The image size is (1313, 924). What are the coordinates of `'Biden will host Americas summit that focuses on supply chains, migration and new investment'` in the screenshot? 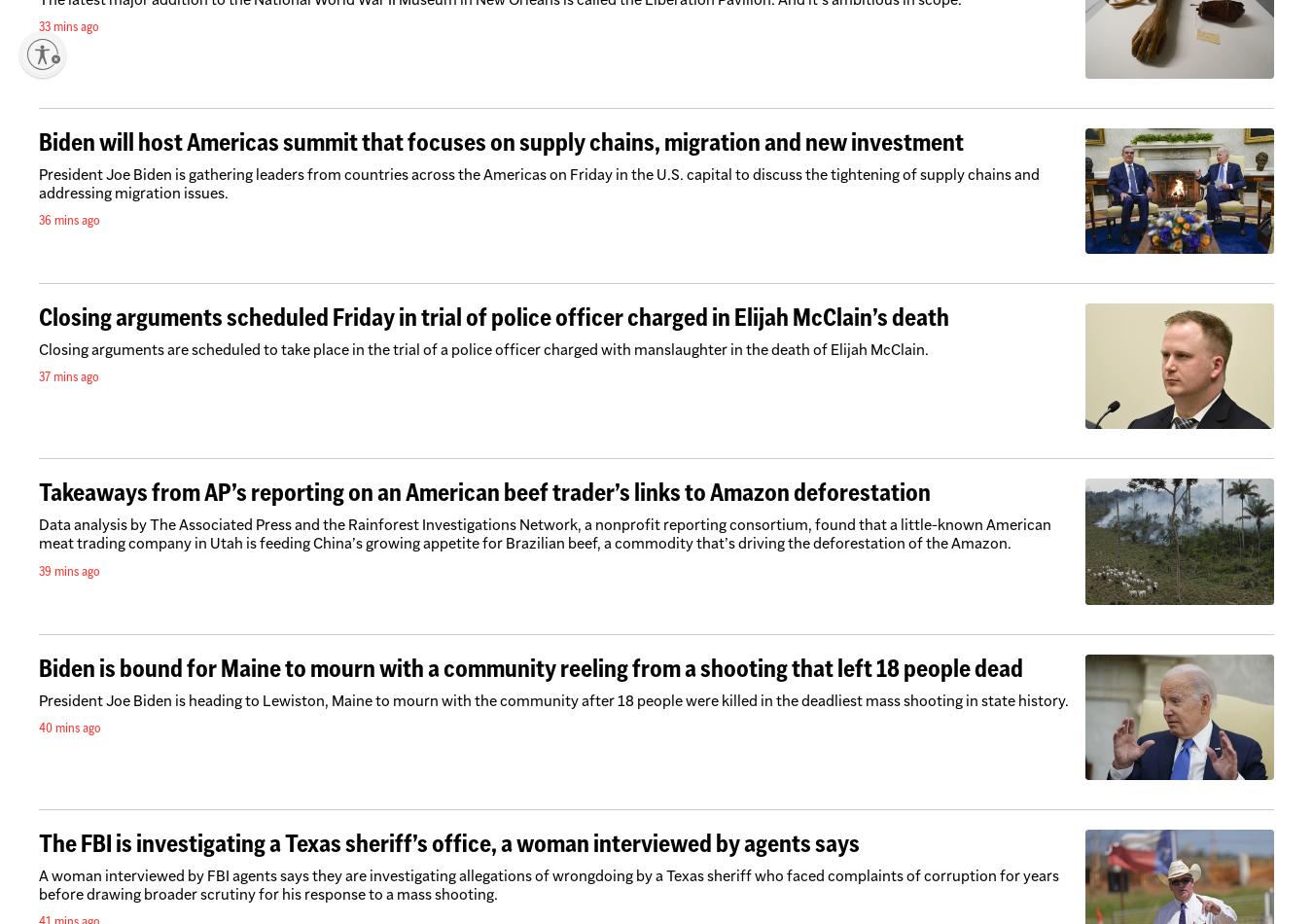 It's located at (500, 142).